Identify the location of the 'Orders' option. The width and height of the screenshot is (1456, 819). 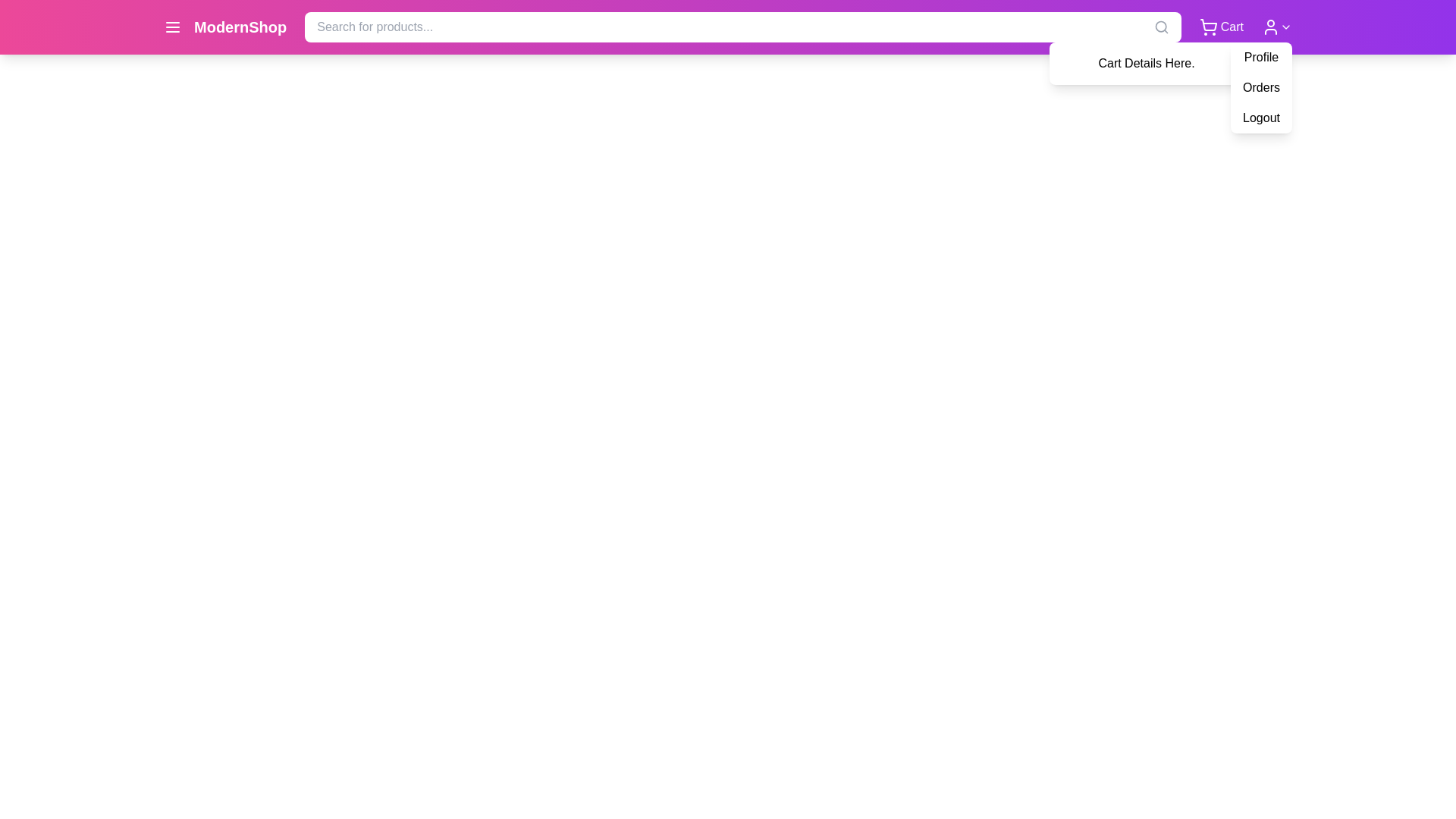
(1261, 87).